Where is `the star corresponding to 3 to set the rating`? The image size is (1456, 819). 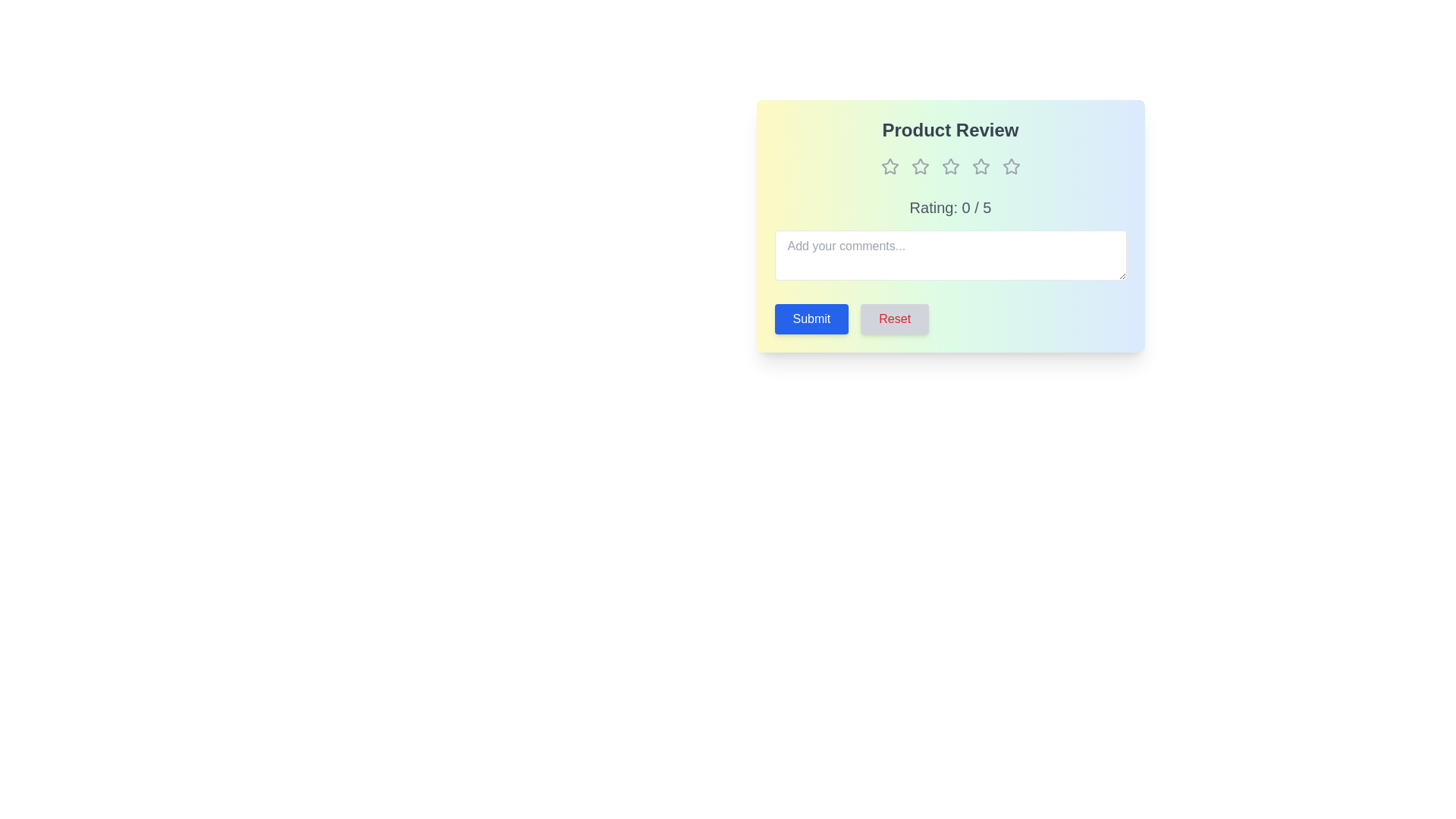
the star corresponding to 3 to set the rating is located at coordinates (949, 166).